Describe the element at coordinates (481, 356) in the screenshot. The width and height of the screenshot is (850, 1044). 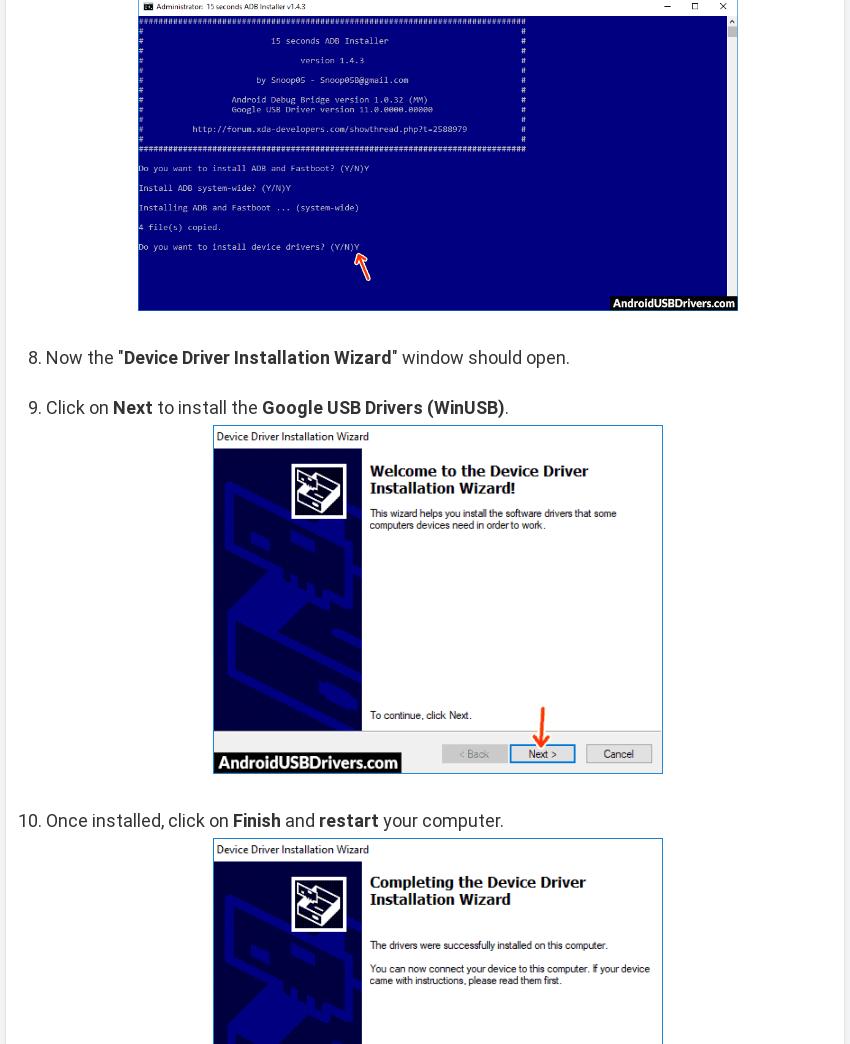
I see `'" window should open.'` at that location.